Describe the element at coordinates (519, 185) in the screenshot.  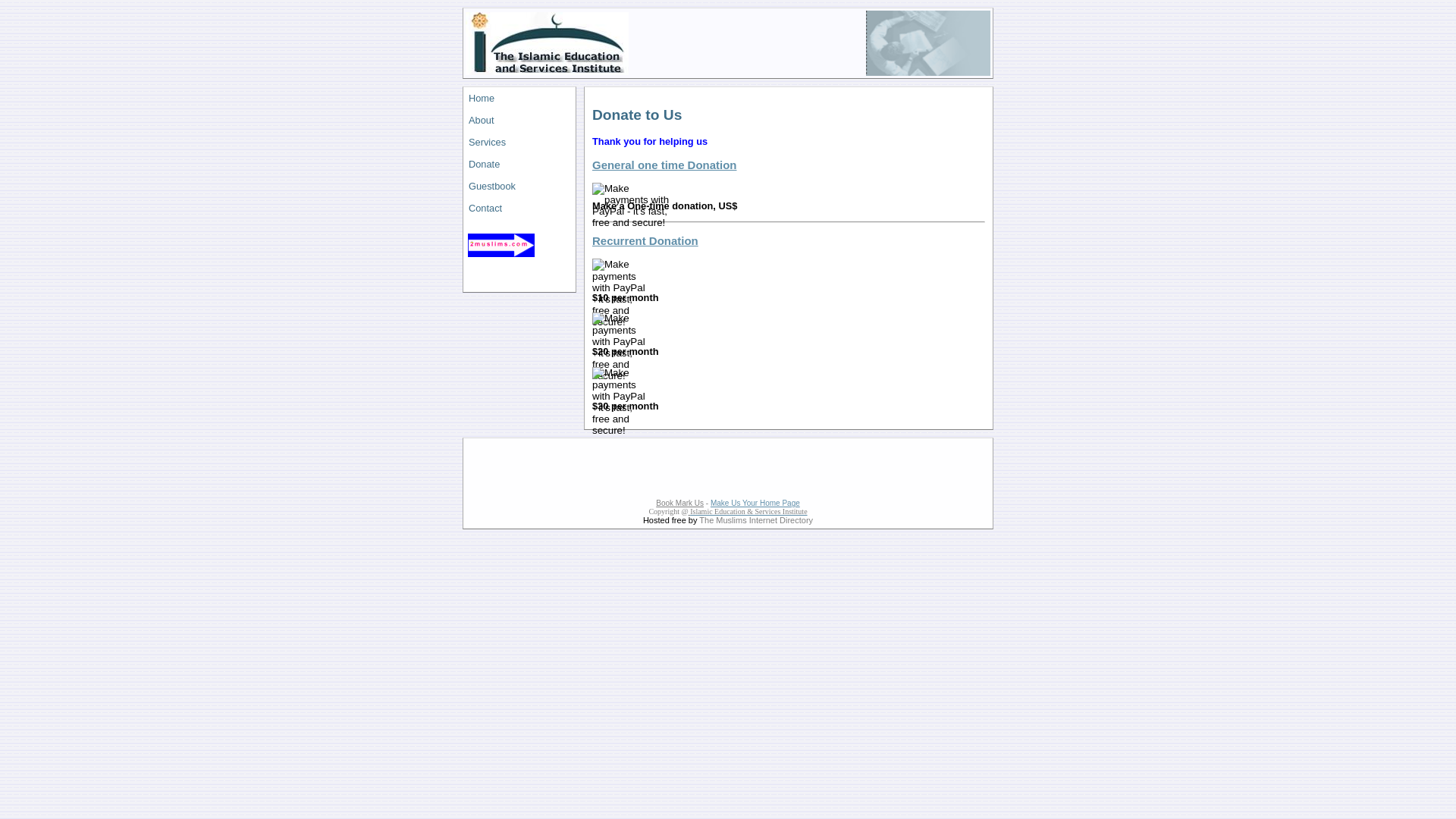
I see `'Guestbook'` at that location.